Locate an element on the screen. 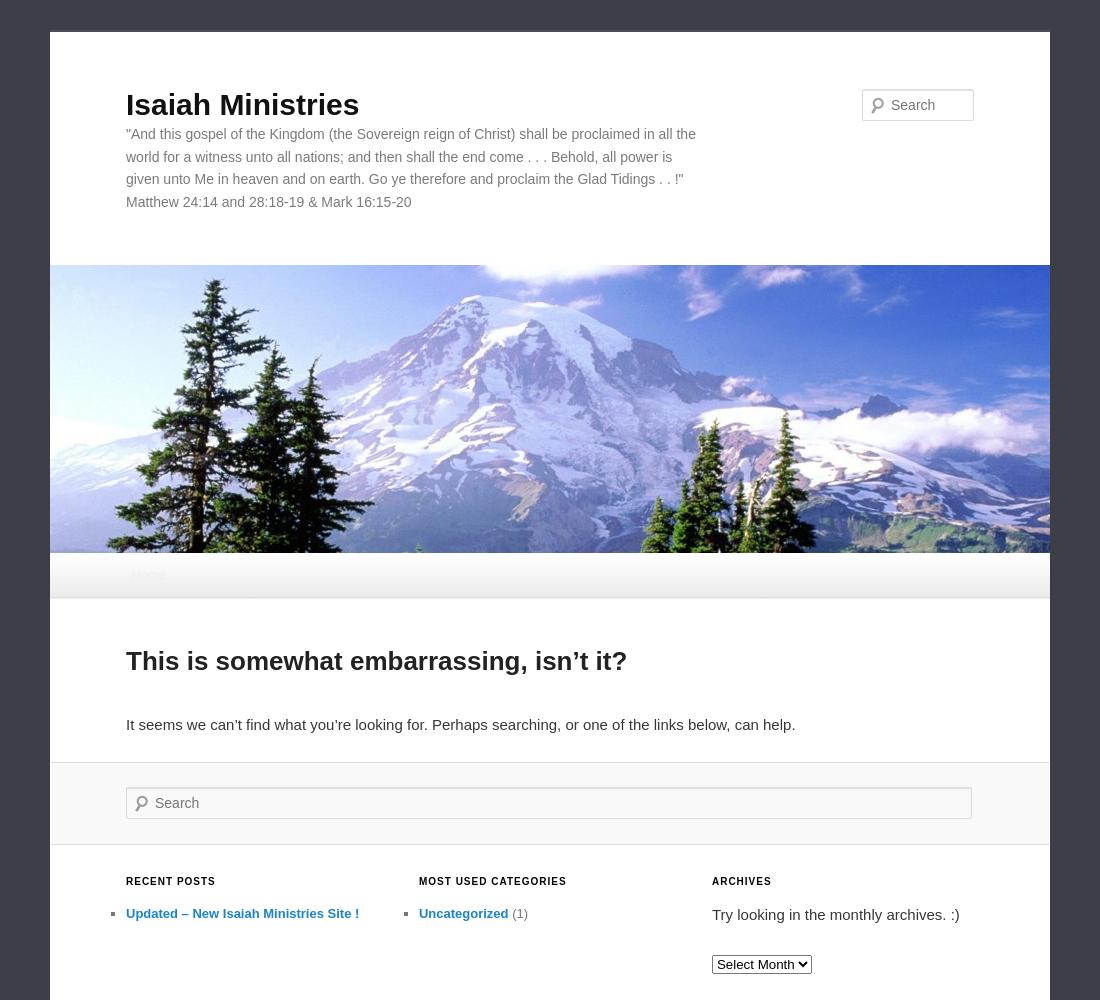 This screenshot has height=1000, width=1100. 'It seems we can’t find what you’re looking for. Perhaps searching, or one of the links below, can help.' is located at coordinates (125, 723).